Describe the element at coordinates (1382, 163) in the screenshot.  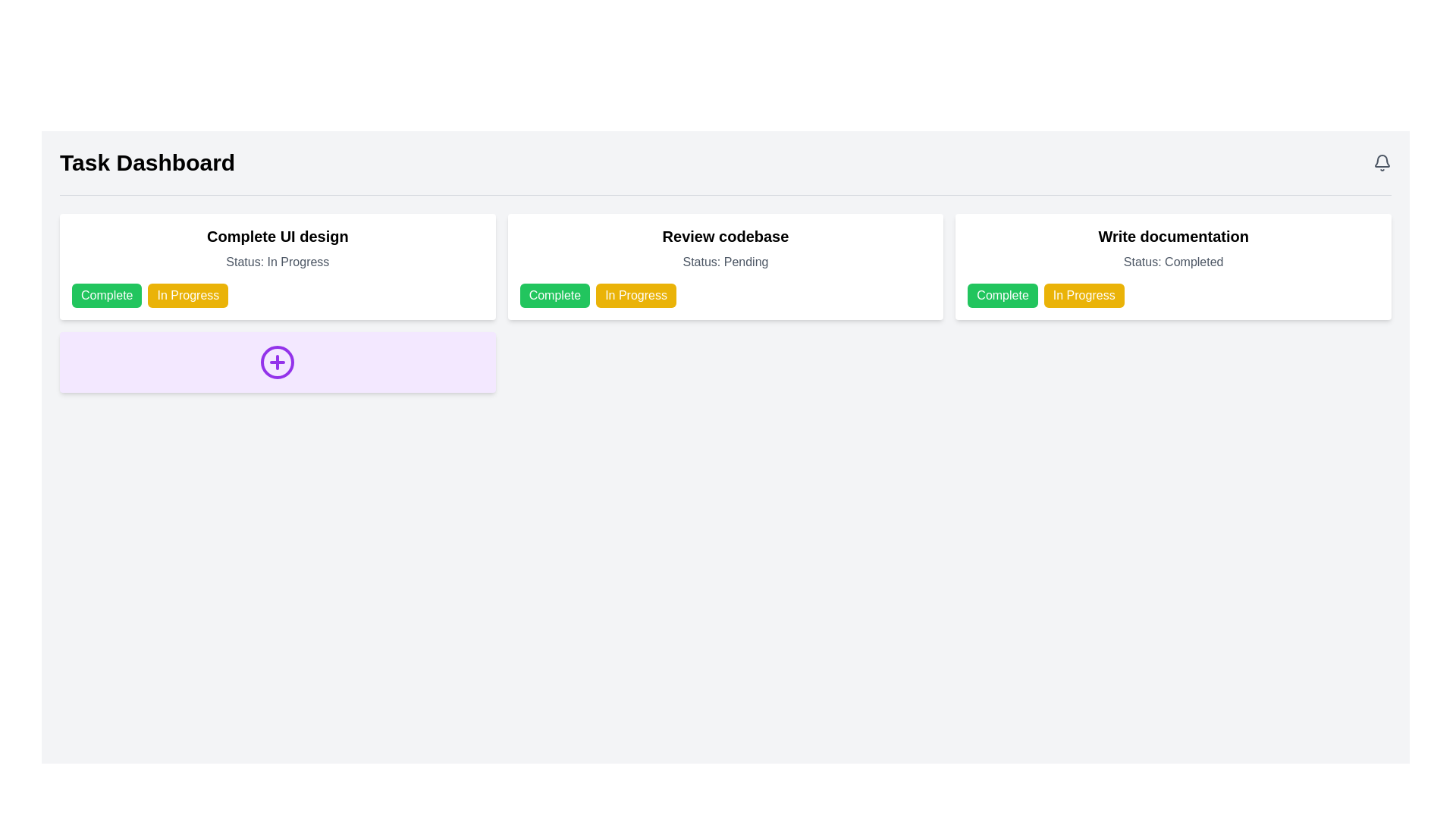
I see `the gray bell icon located at the top-right corner of the interface, next to 'Task Dashboard'` at that location.